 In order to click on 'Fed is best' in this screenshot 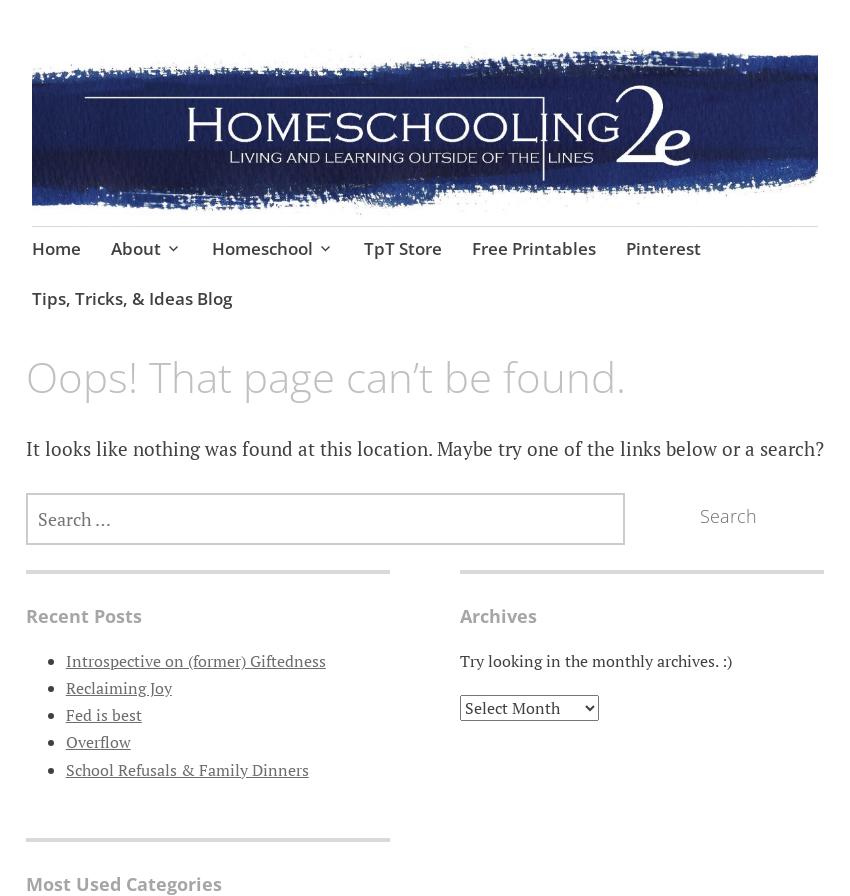, I will do `click(65, 715)`.